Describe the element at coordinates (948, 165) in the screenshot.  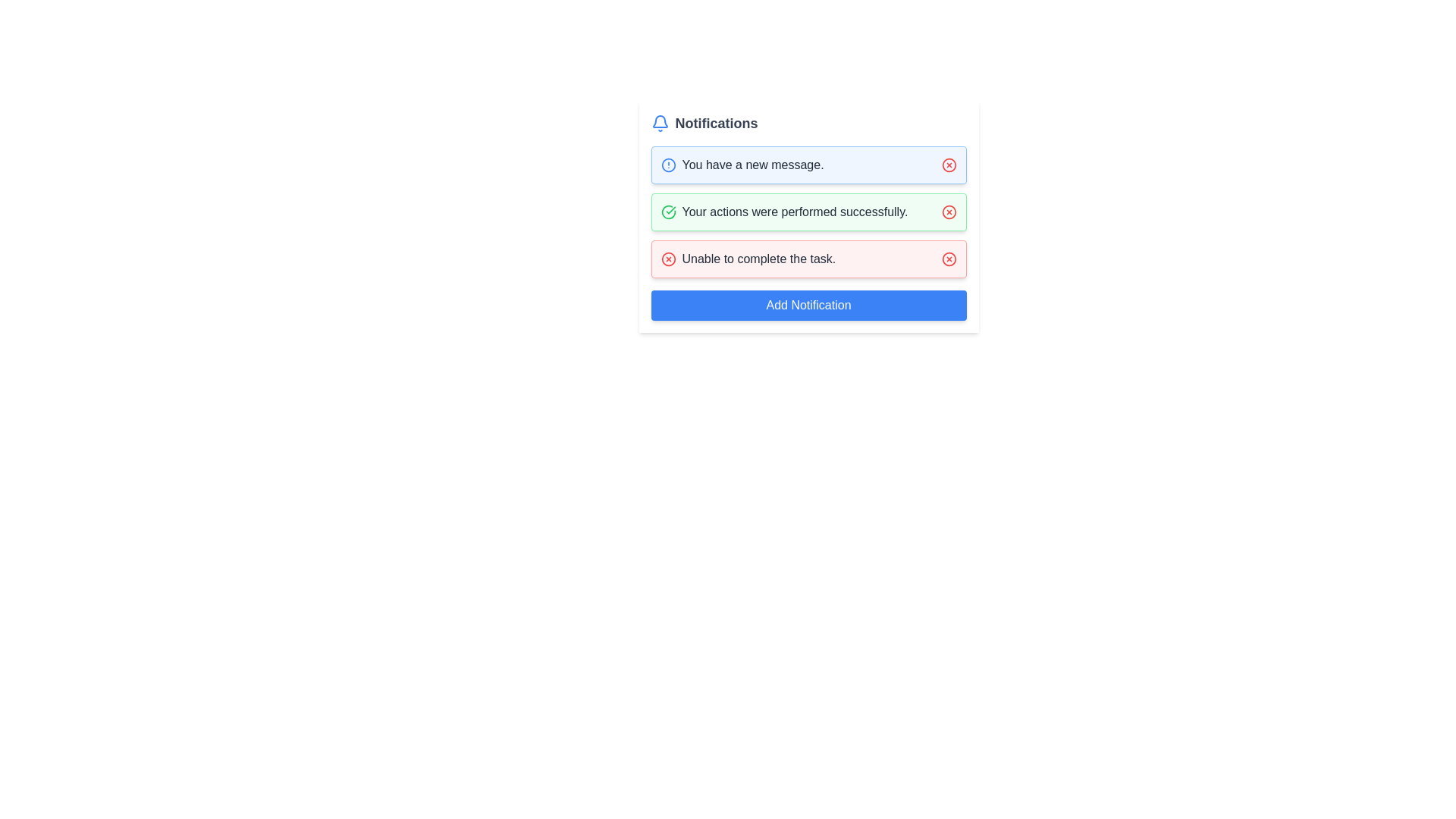
I see `the circular icon (likely a 'close' or 'dismiss' button) located to the immediate right of the text 'You have a new message.' in the first notification item` at that location.